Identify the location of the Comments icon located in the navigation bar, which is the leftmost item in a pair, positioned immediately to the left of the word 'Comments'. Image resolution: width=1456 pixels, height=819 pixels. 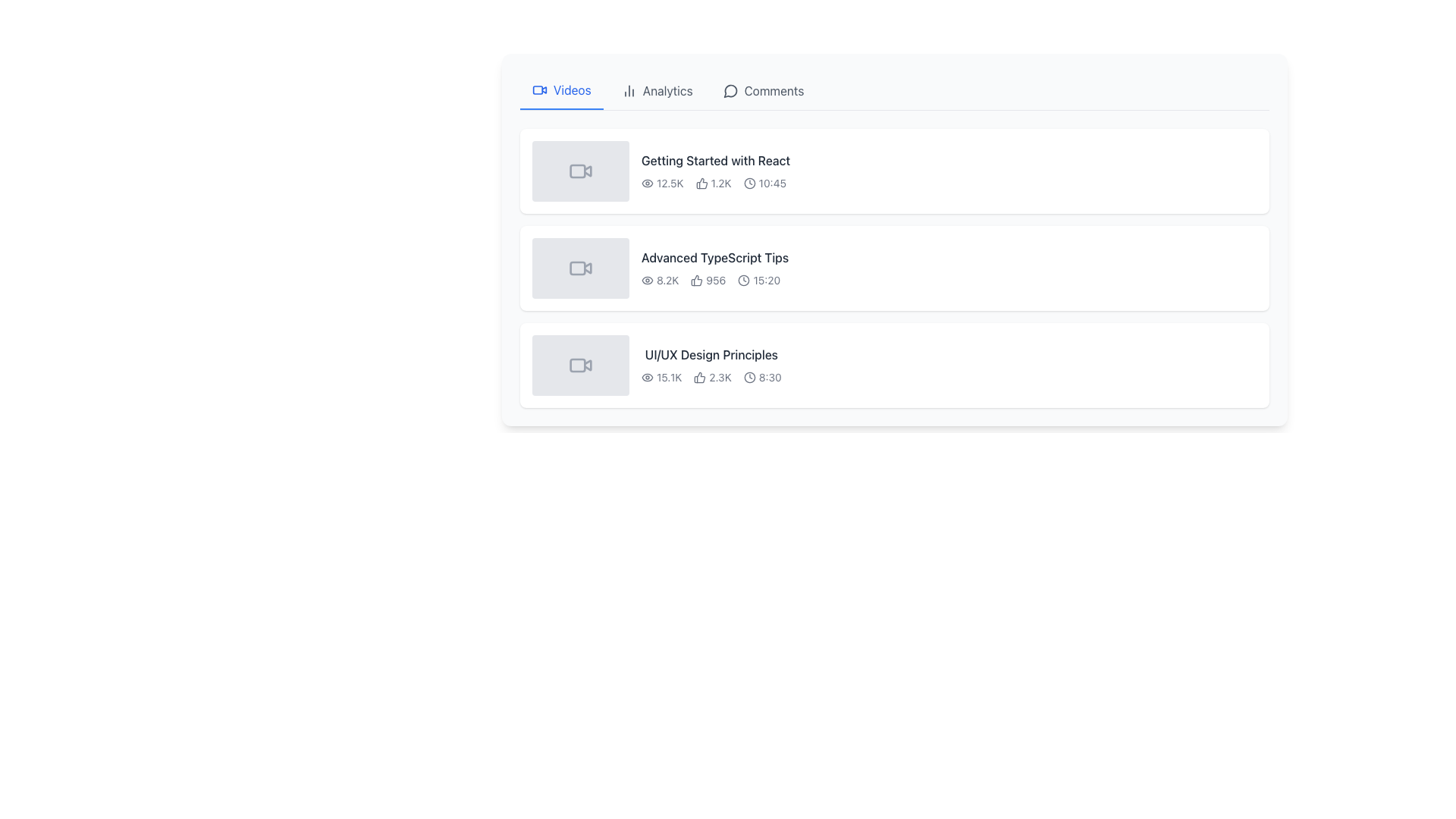
(730, 90).